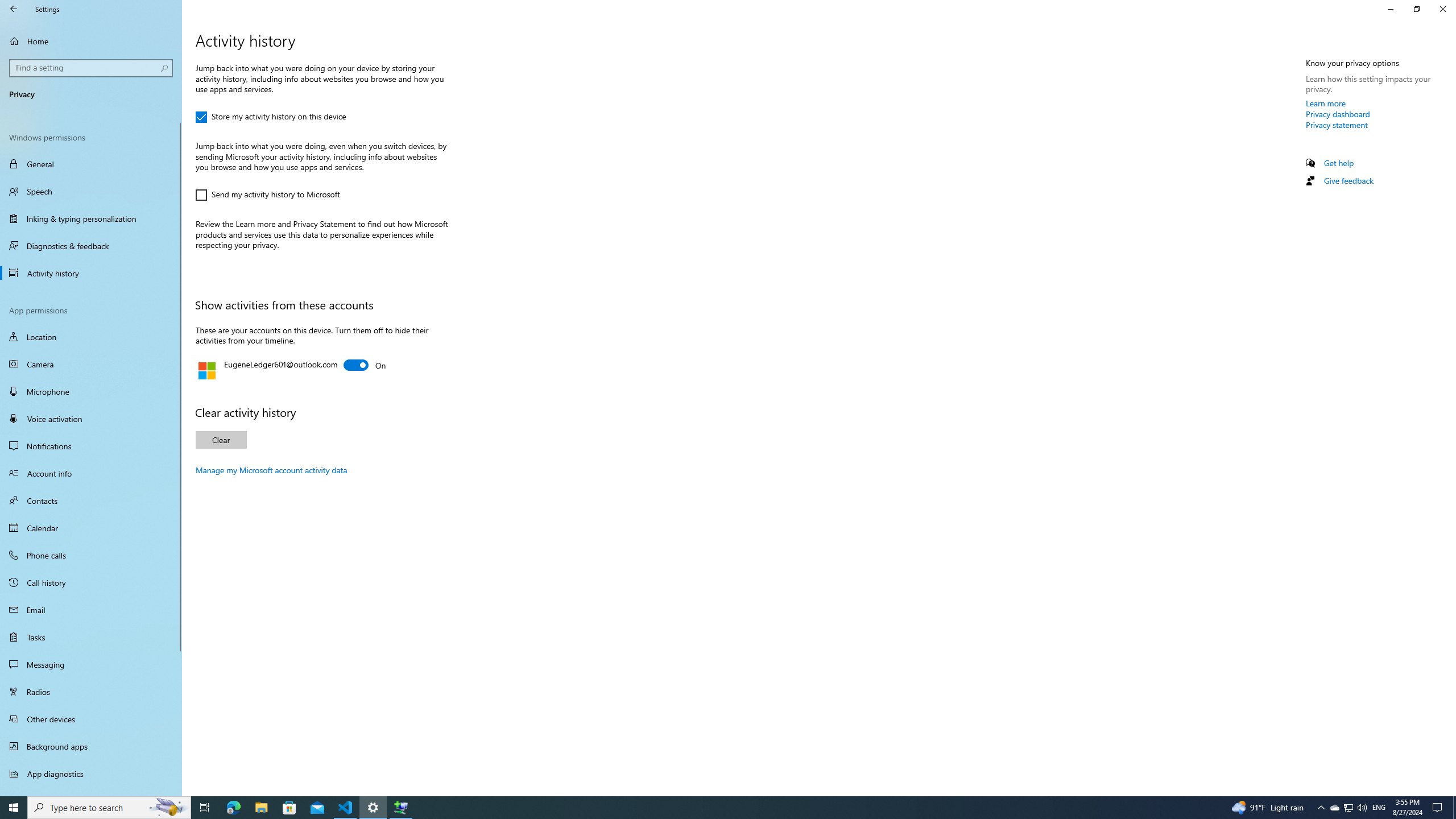 The height and width of the screenshot is (819, 1456). What do you see at coordinates (90, 191) in the screenshot?
I see `'Speech'` at bounding box center [90, 191].